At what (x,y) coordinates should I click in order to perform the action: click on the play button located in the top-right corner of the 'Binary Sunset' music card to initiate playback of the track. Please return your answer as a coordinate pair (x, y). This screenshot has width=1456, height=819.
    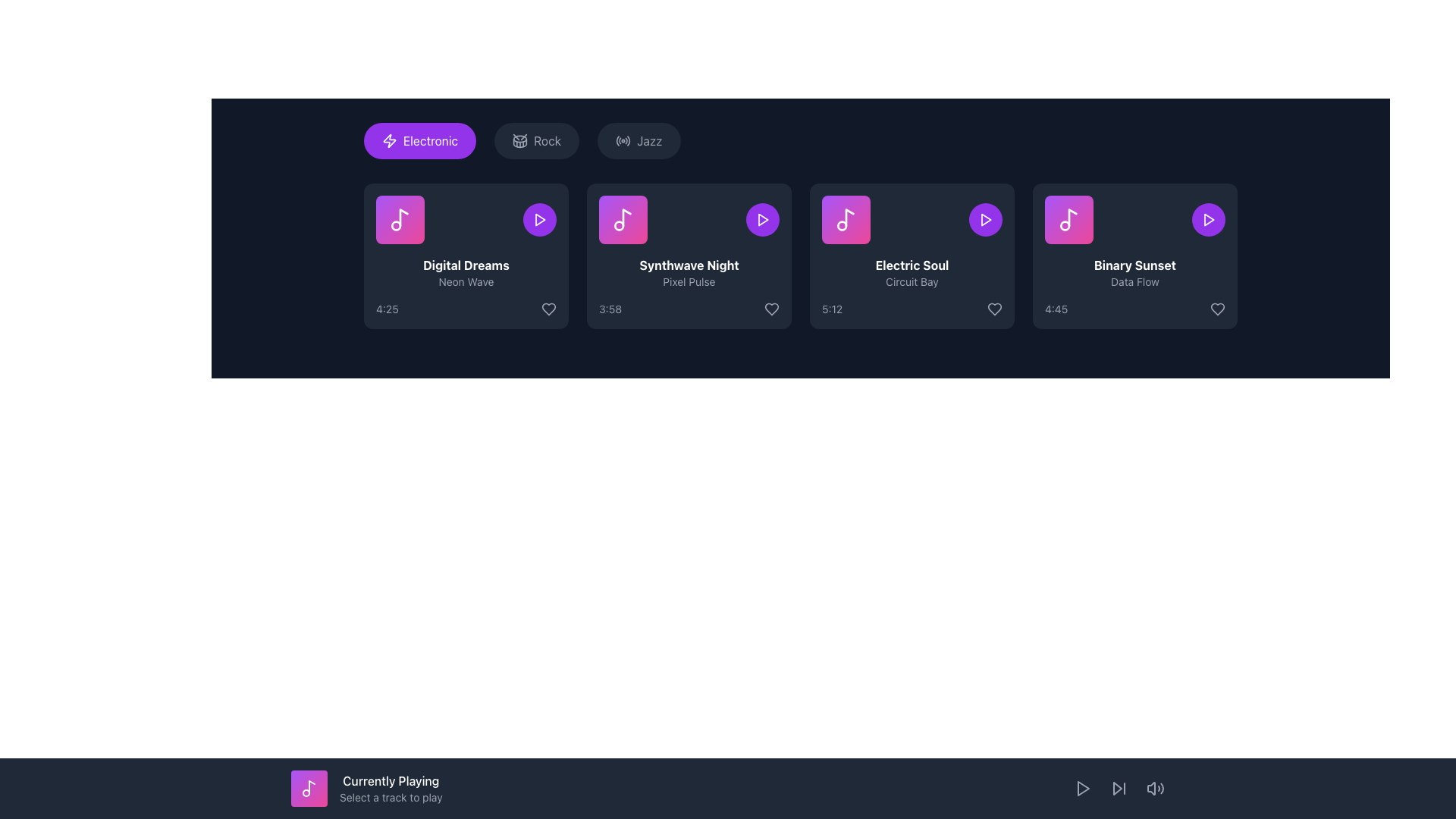
    Looking at the image, I should click on (1207, 219).